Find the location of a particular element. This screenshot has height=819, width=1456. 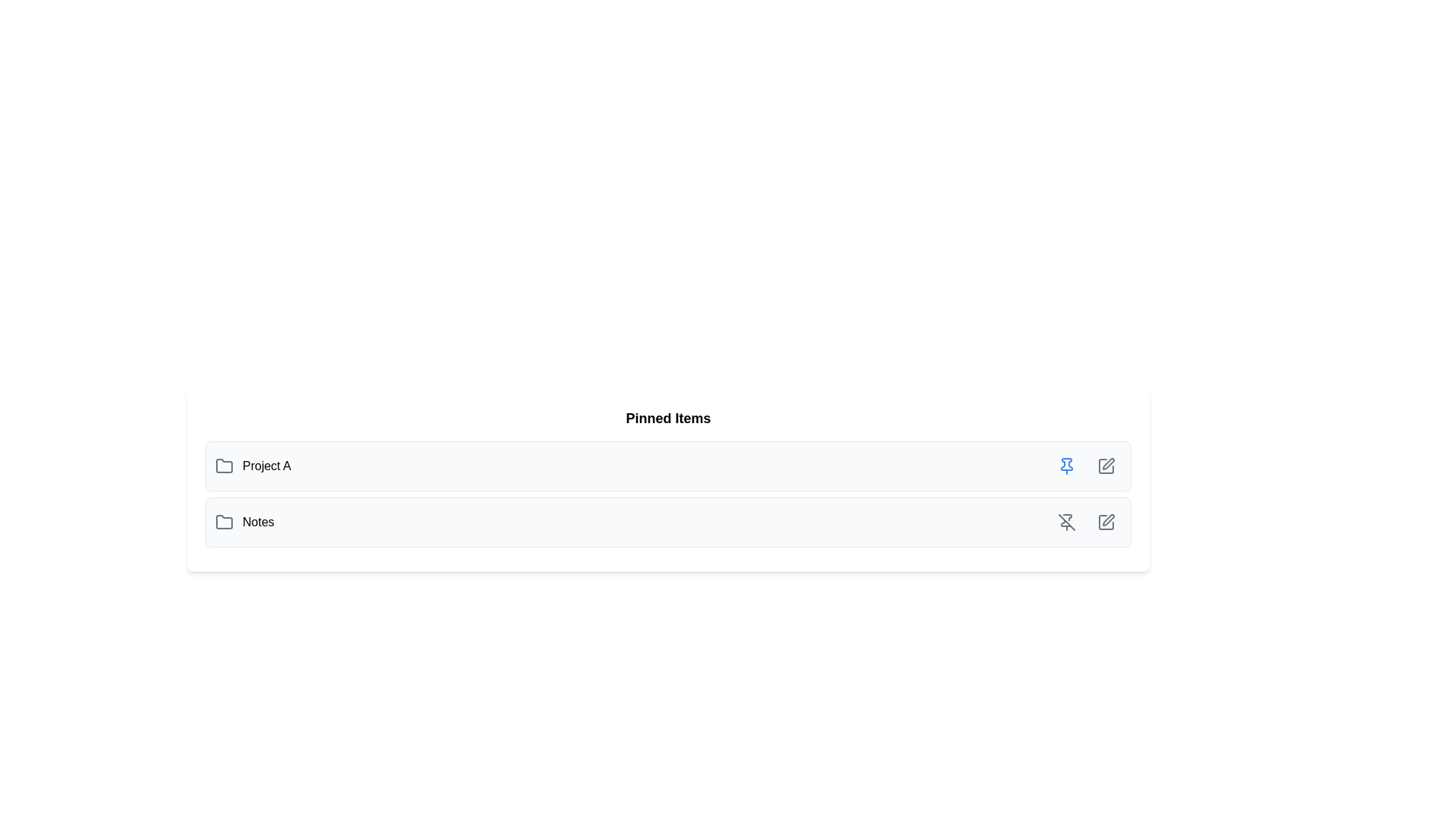

the blue pin icon located to the left of the edit icon in the 'Project A' entry is located at coordinates (1065, 465).